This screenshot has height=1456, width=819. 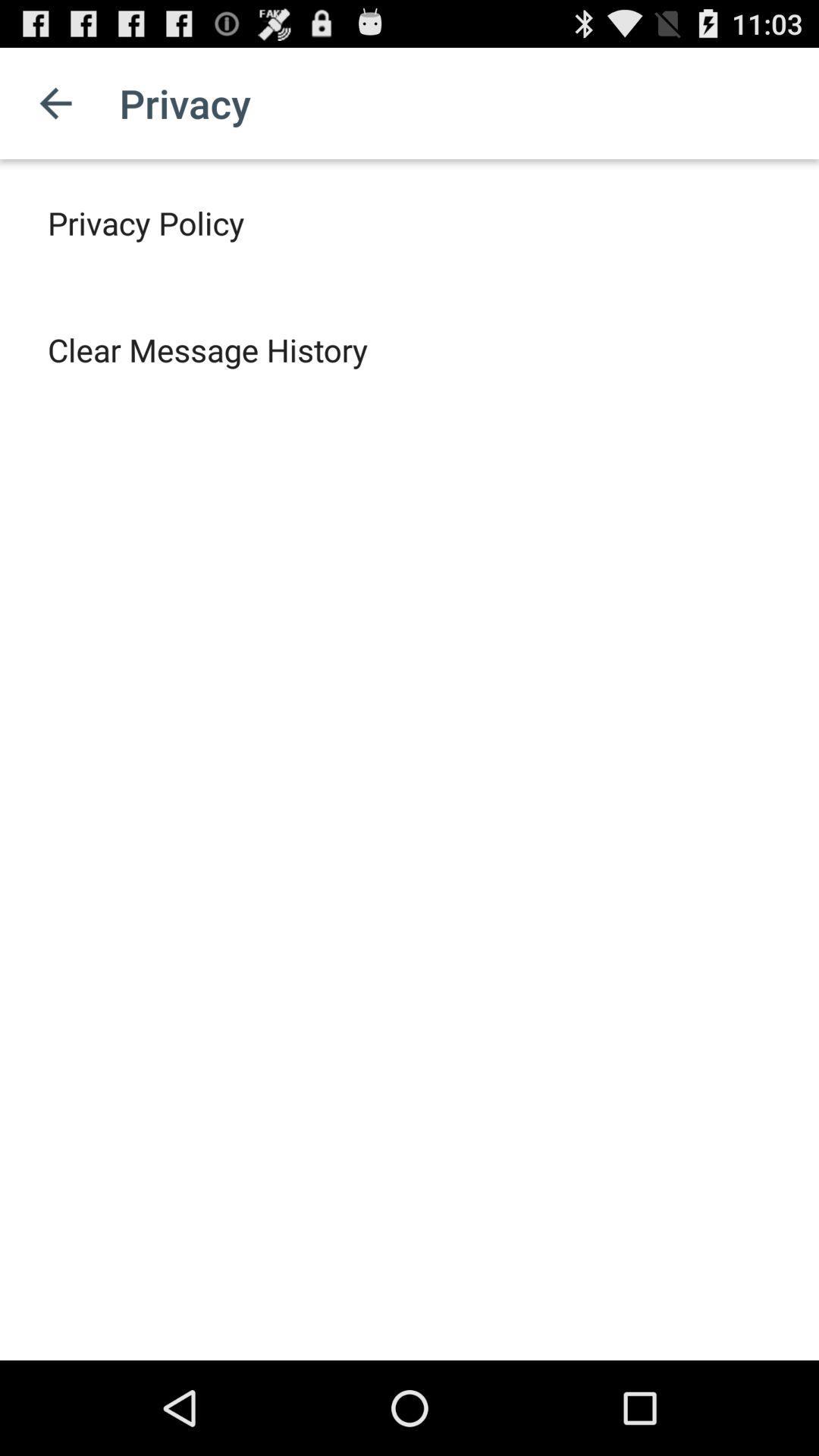 I want to click on the item next to the privacy app, so click(x=55, y=102).